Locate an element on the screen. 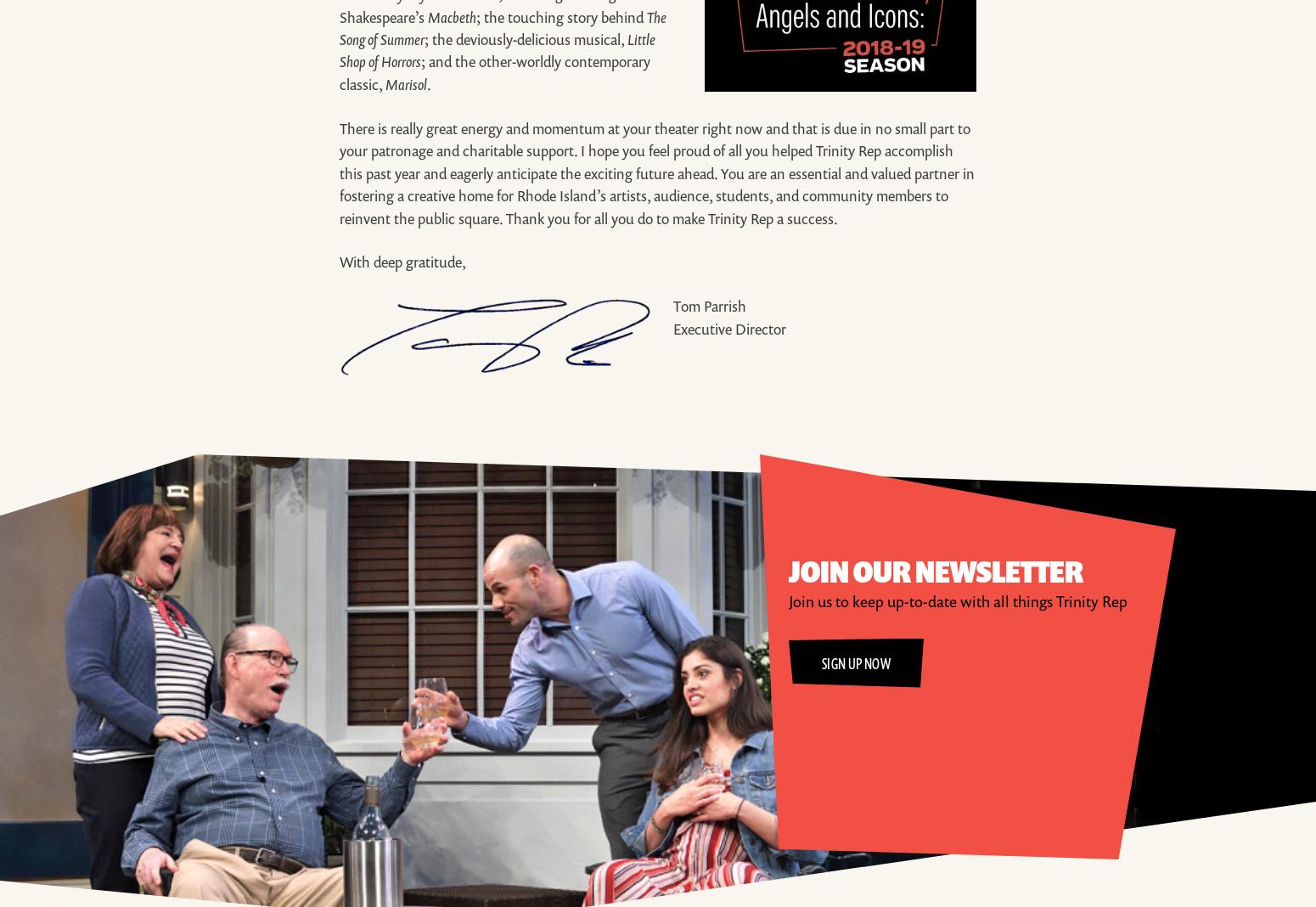 This screenshot has height=907, width=1316. 'Tom Parrish' is located at coordinates (707, 305).